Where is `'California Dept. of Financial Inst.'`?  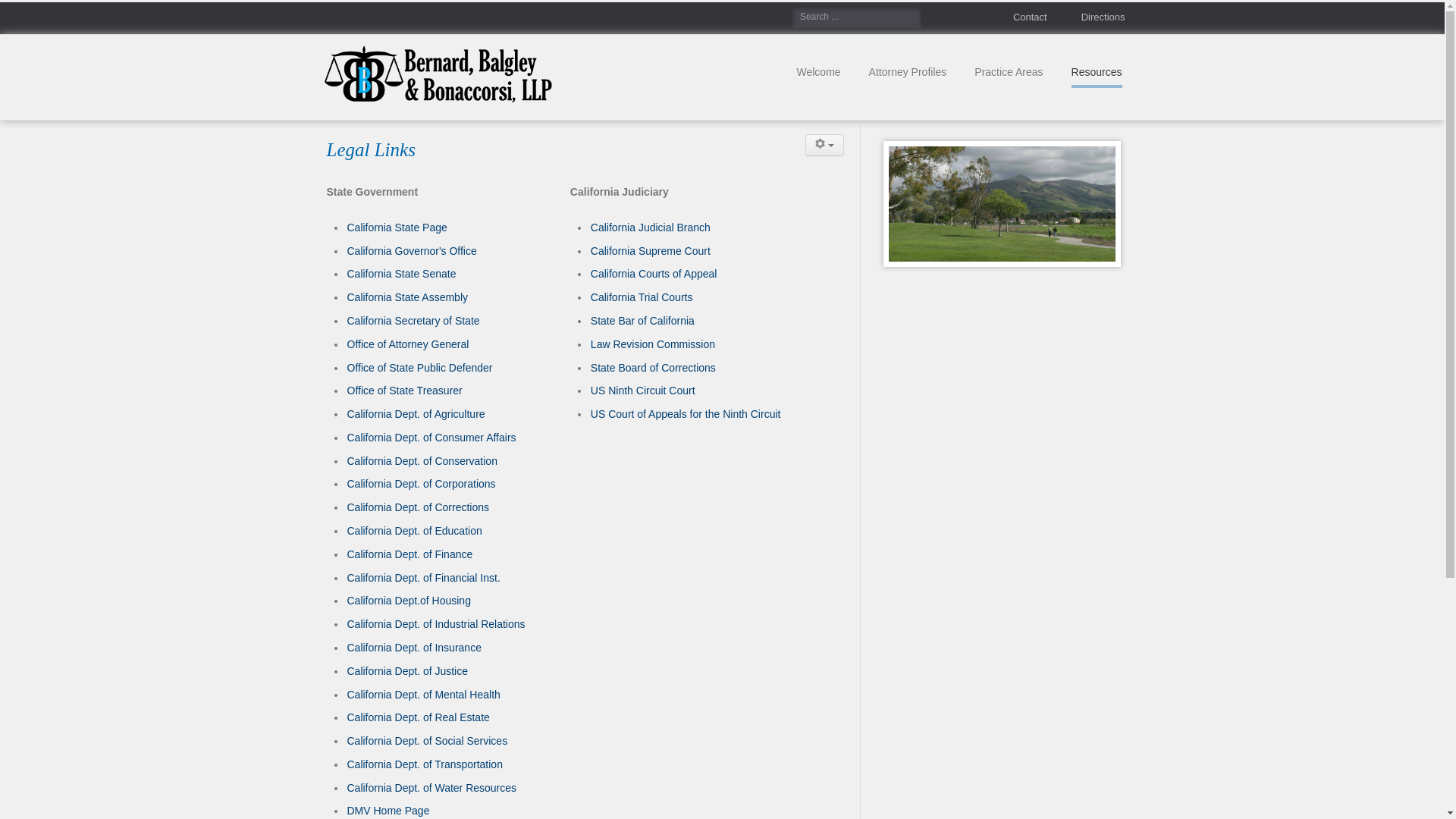
'California Dept. of Financial Inst.' is located at coordinates (423, 578).